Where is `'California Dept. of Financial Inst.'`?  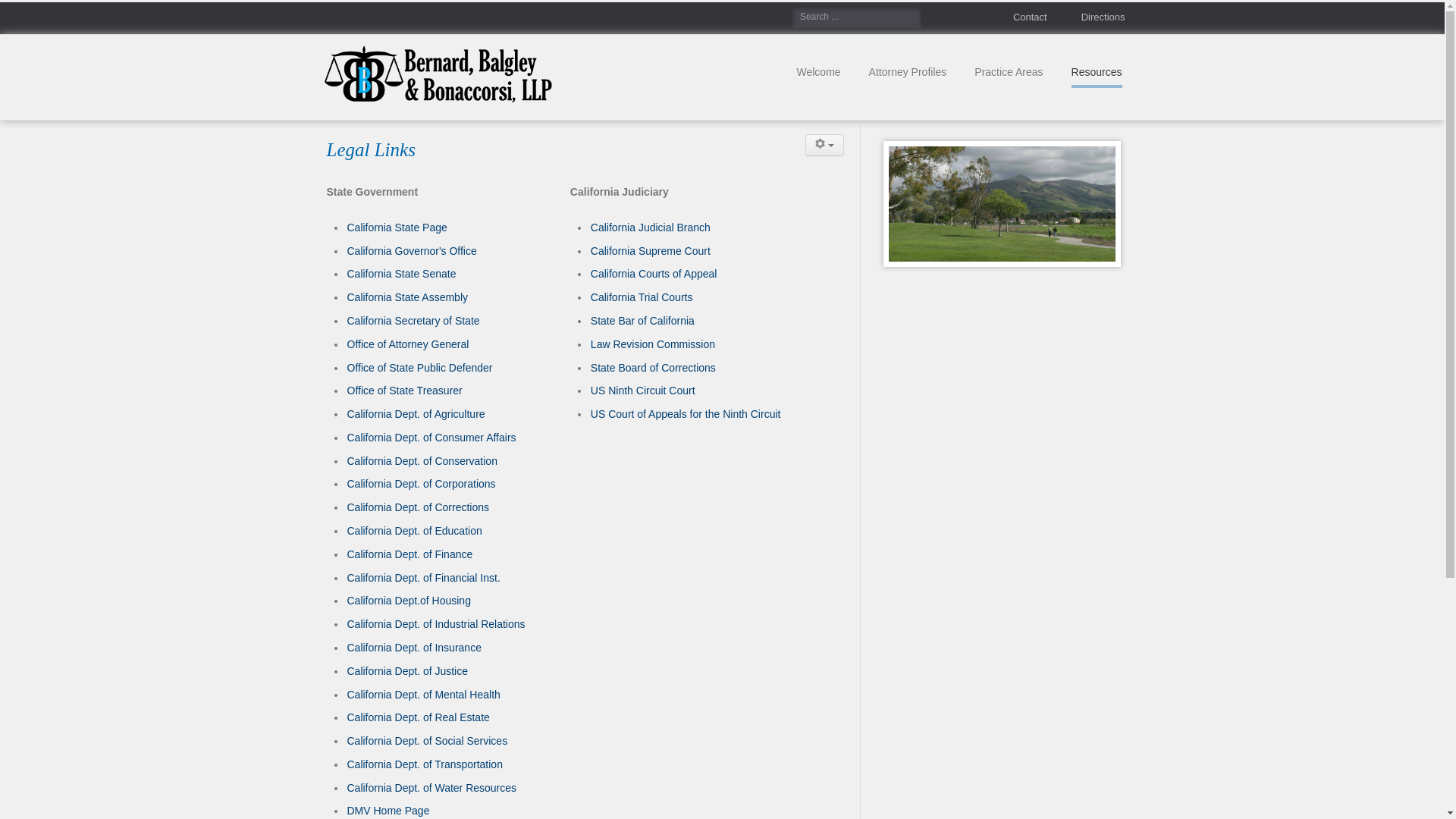
'California Dept. of Financial Inst.' is located at coordinates (423, 578).